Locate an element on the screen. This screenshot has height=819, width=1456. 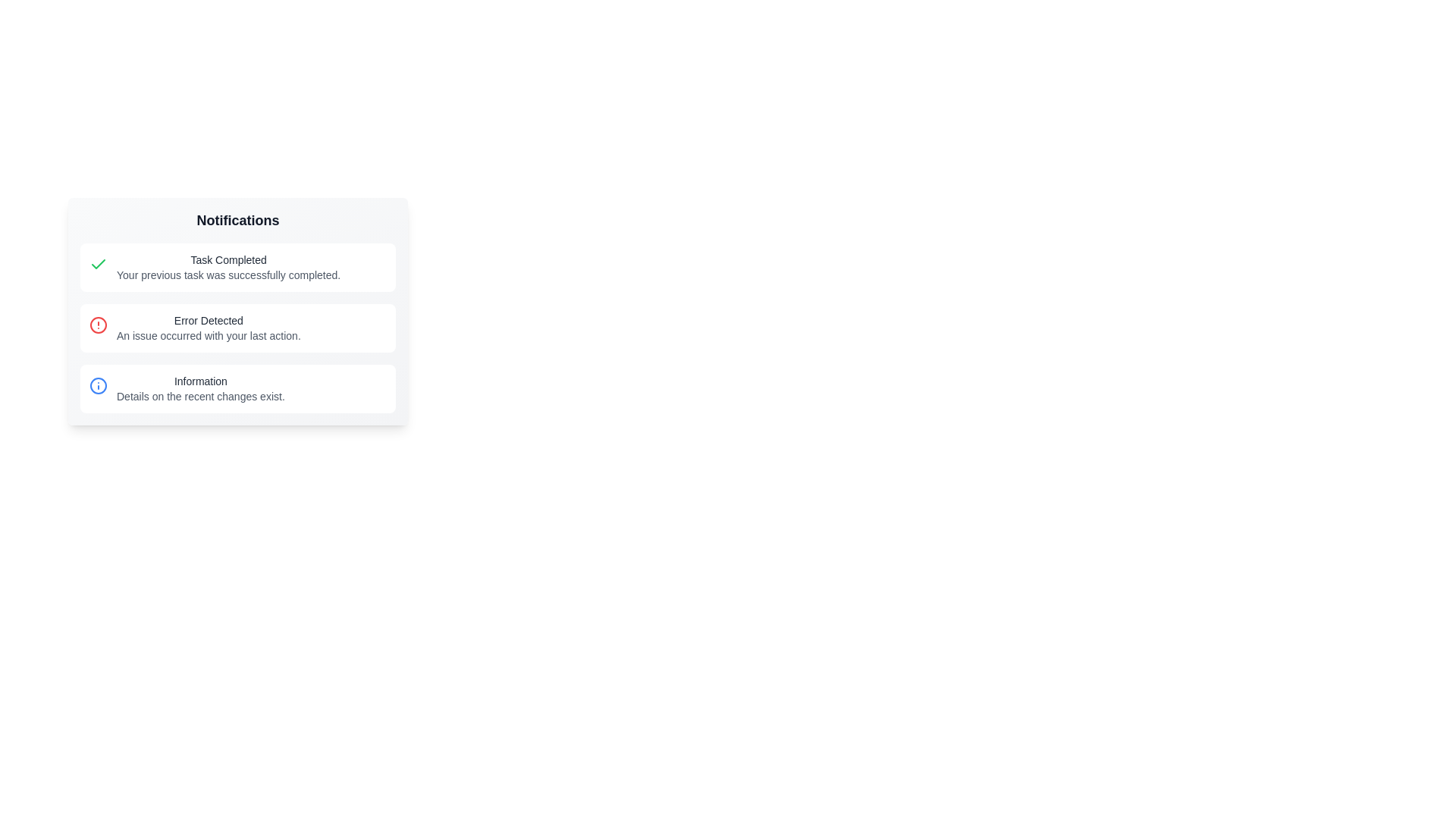
the third notification entry in the list under the 'Notifications' heading, which provides a message about recent changes is located at coordinates (199, 388).